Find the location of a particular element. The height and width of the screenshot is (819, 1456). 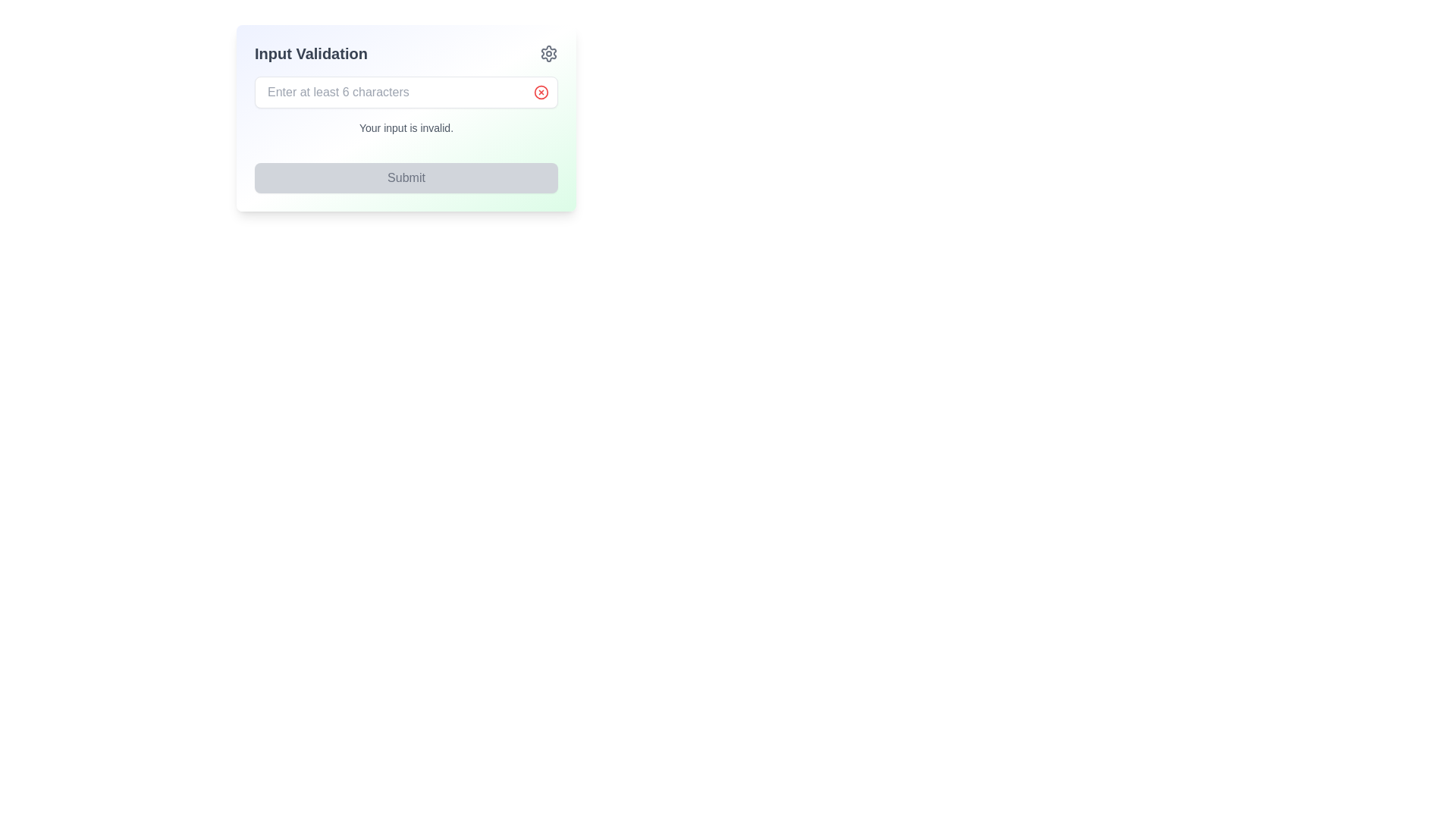

the gear icon in the top-right corner of the interface is located at coordinates (548, 52).